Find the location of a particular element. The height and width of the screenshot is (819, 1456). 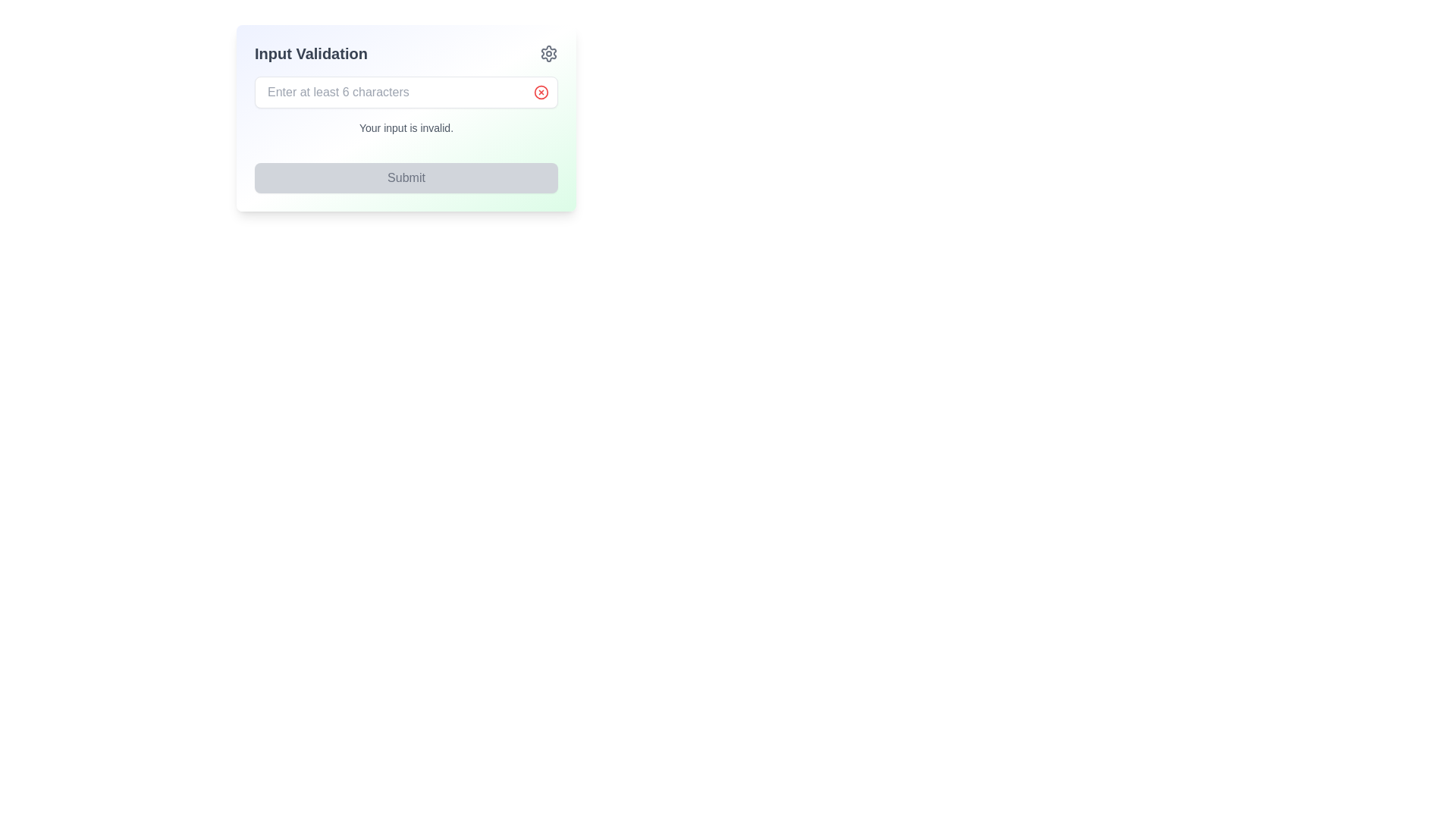

the gear icon in the top-right corner of the interface is located at coordinates (548, 52).